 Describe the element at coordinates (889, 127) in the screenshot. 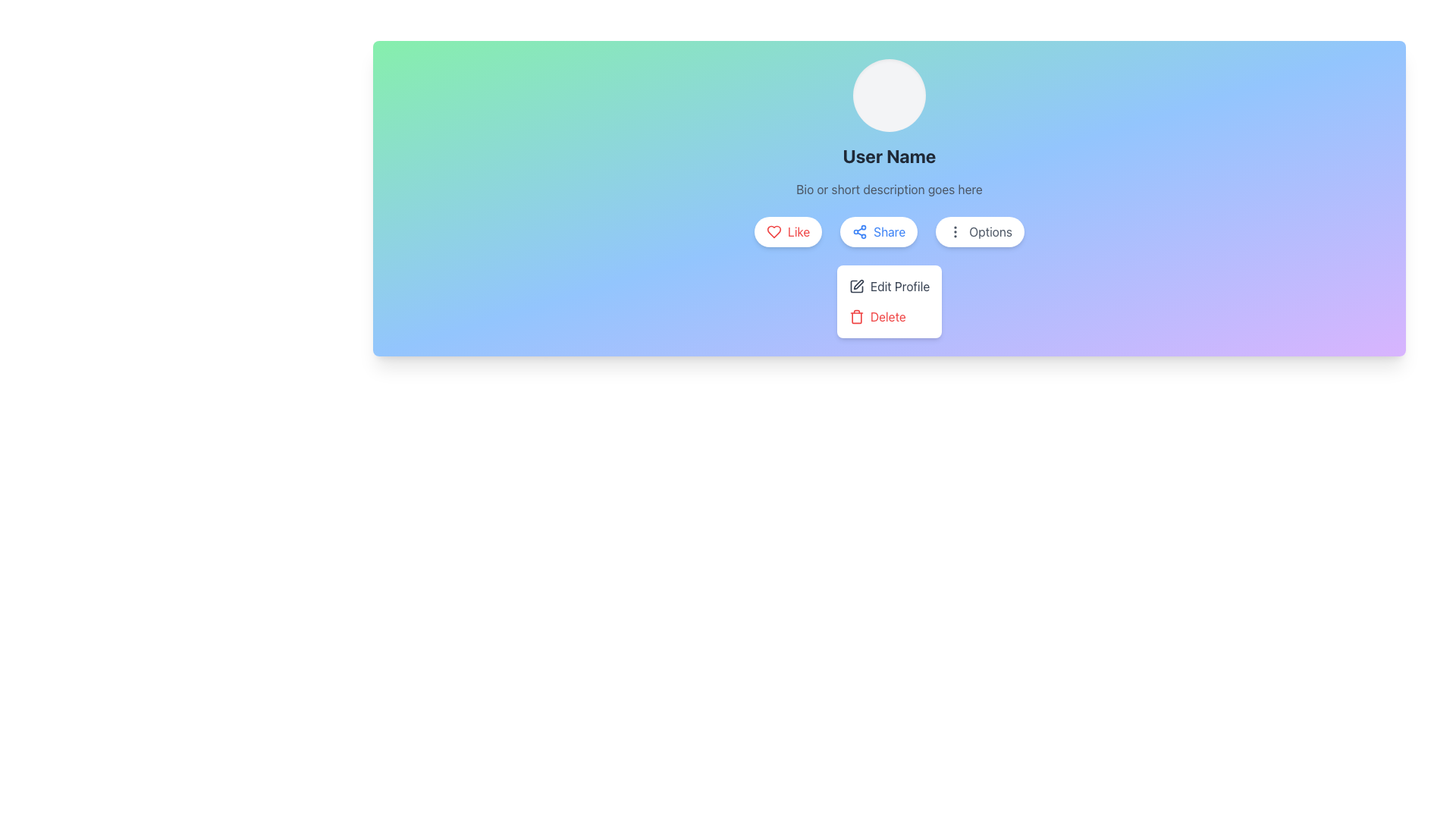

I see `on the Profile Header element located at the upper section of the user profile card` at that location.